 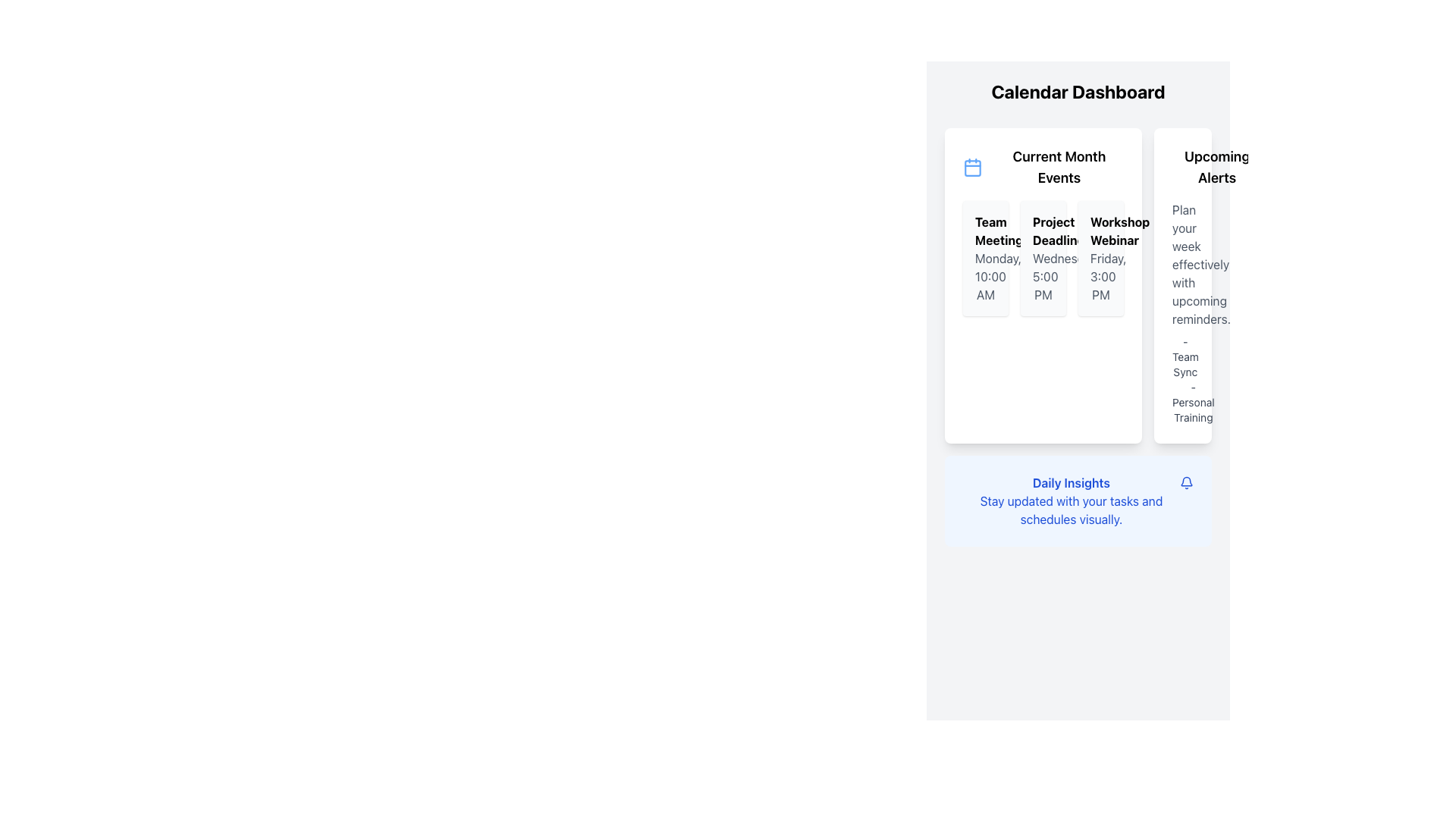 I want to click on the text label displaying 'Monday, 10:00 AM' located beneath the 'Team Meeting' title in the 'Current Month Events' section of the calendar dashboard, so click(x=986, y=277).